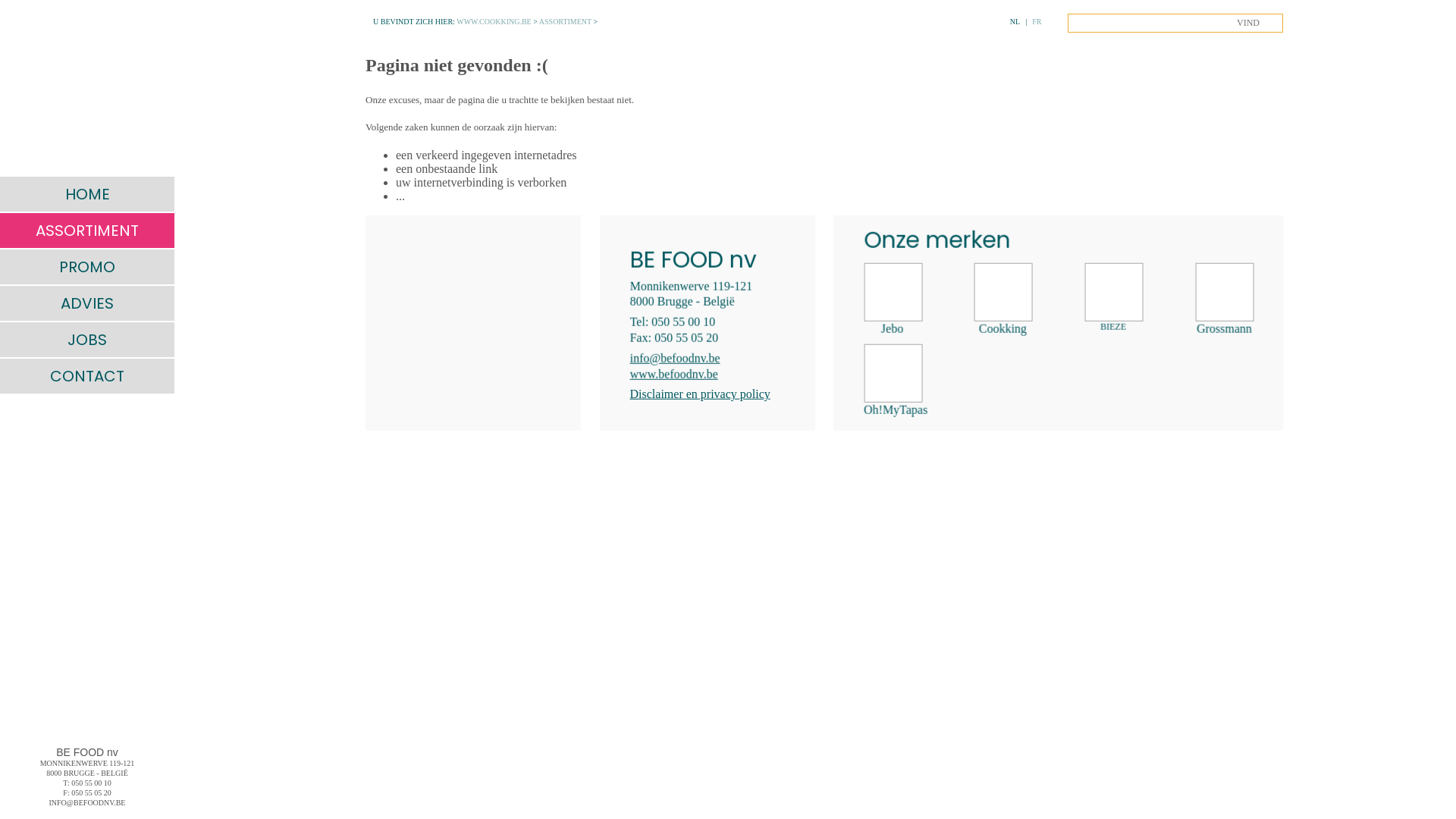  Describe the element at coordinates (86, 802) in the screenshot. I see `'INFO@BEFOODNV.BE'` at that location.